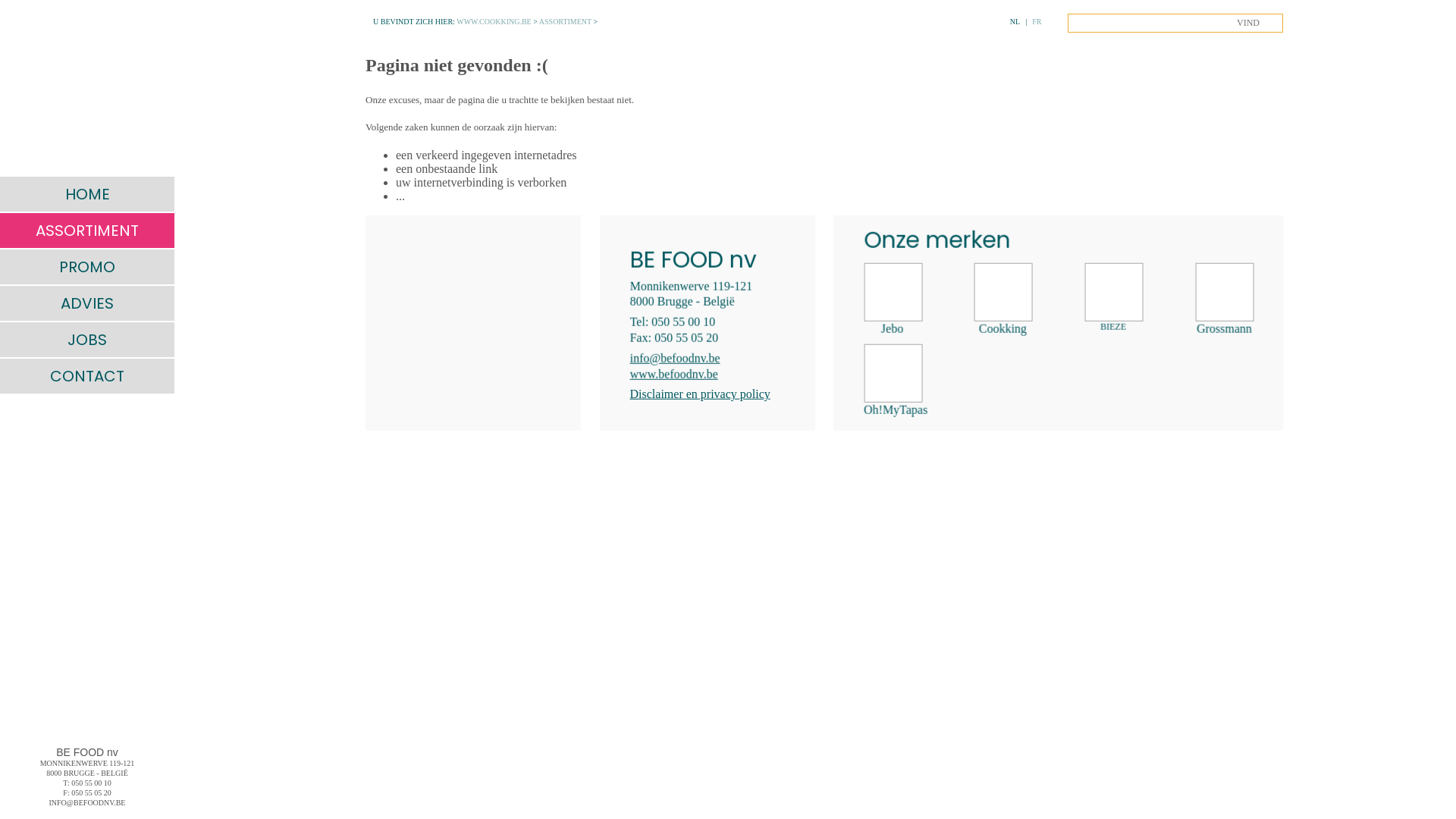  Describe the element at coordinates (86, 802) in the screenshot. I see `'INFO@BEFOODNV.BE'` at that location.